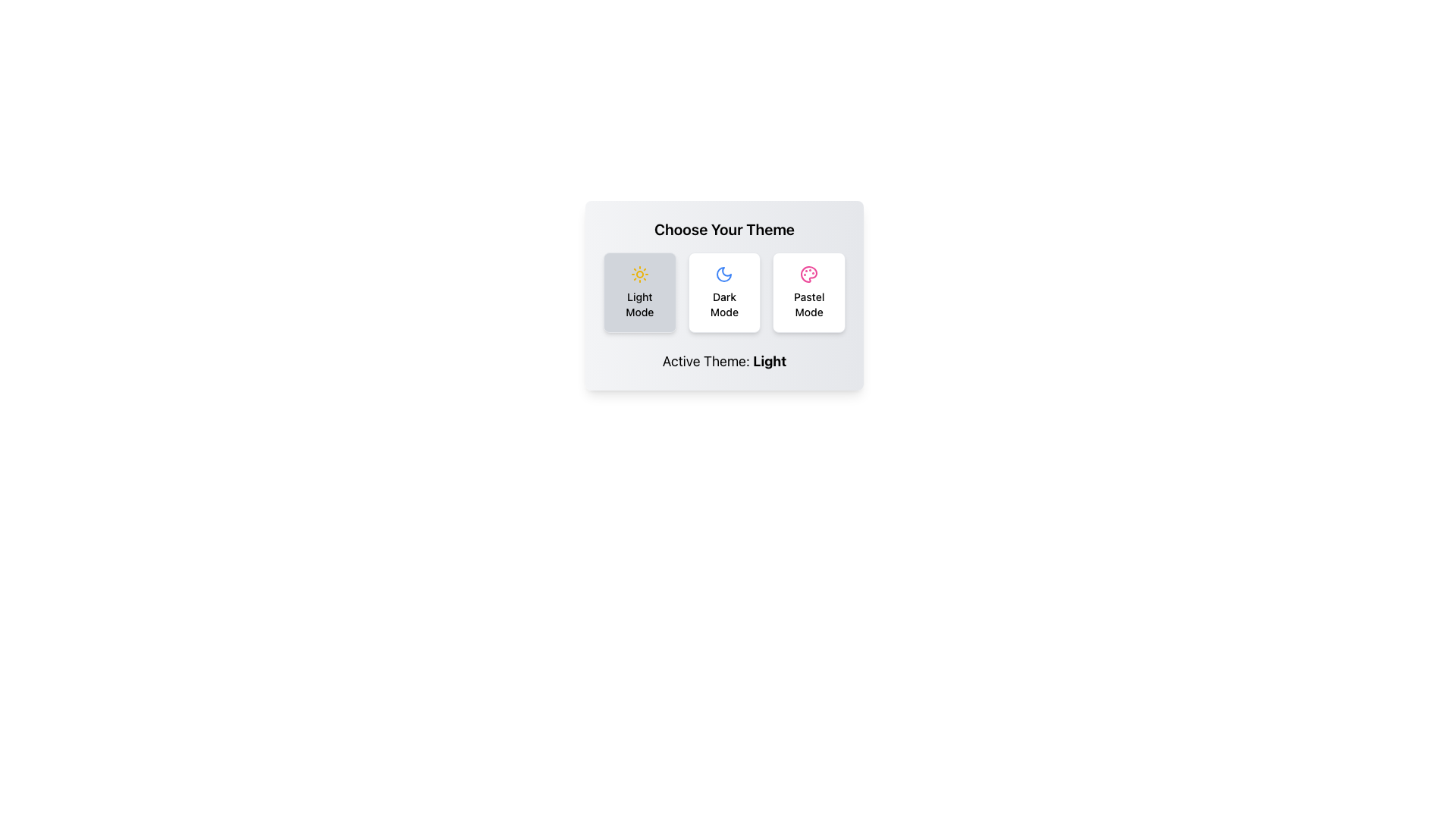 The image size is (1456, 819). Describe the element at coordinates (723, 292) in the screenshot. I see `the 'Dark Mode' button located in the middle of the theme selection cards under the 'Choose Your Theme' heading` at that location.